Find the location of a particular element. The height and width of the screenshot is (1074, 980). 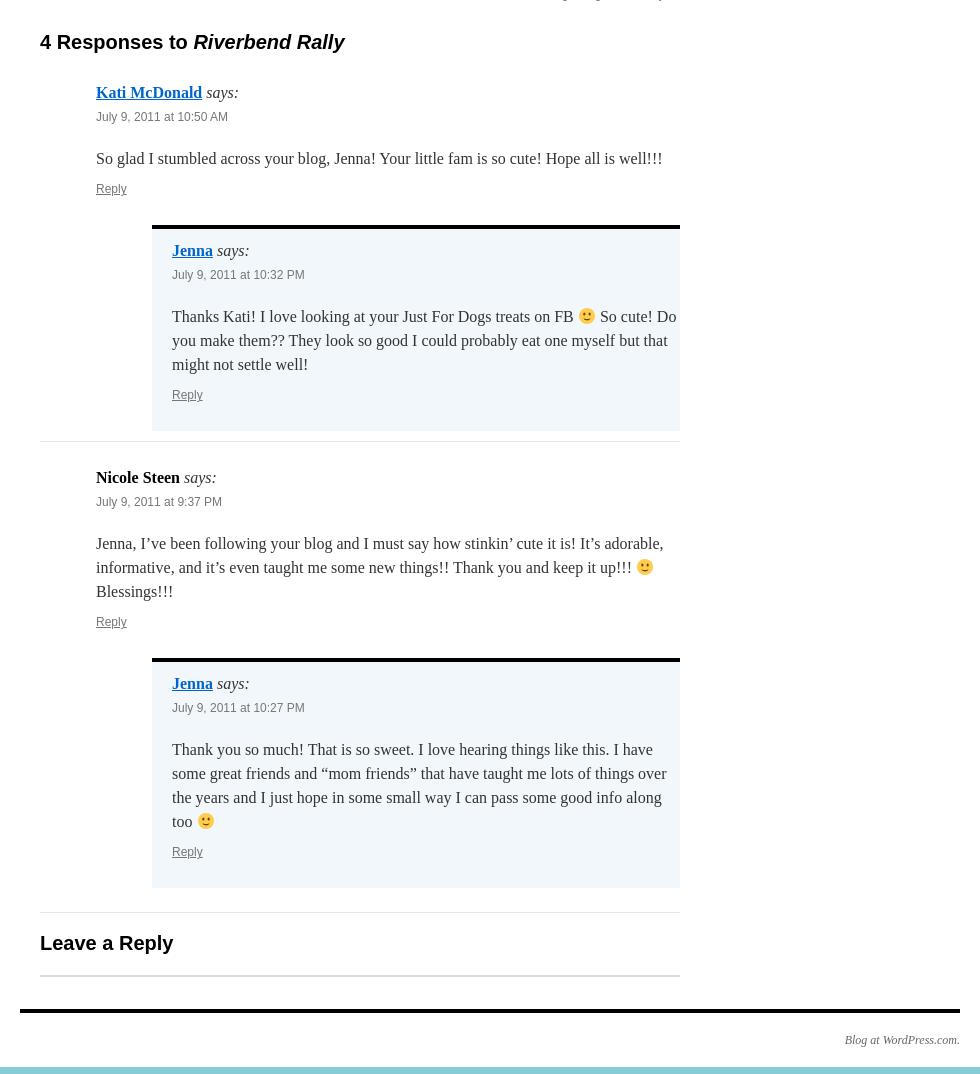

'Riverbend Rally' is located at coordinates (268, 40).